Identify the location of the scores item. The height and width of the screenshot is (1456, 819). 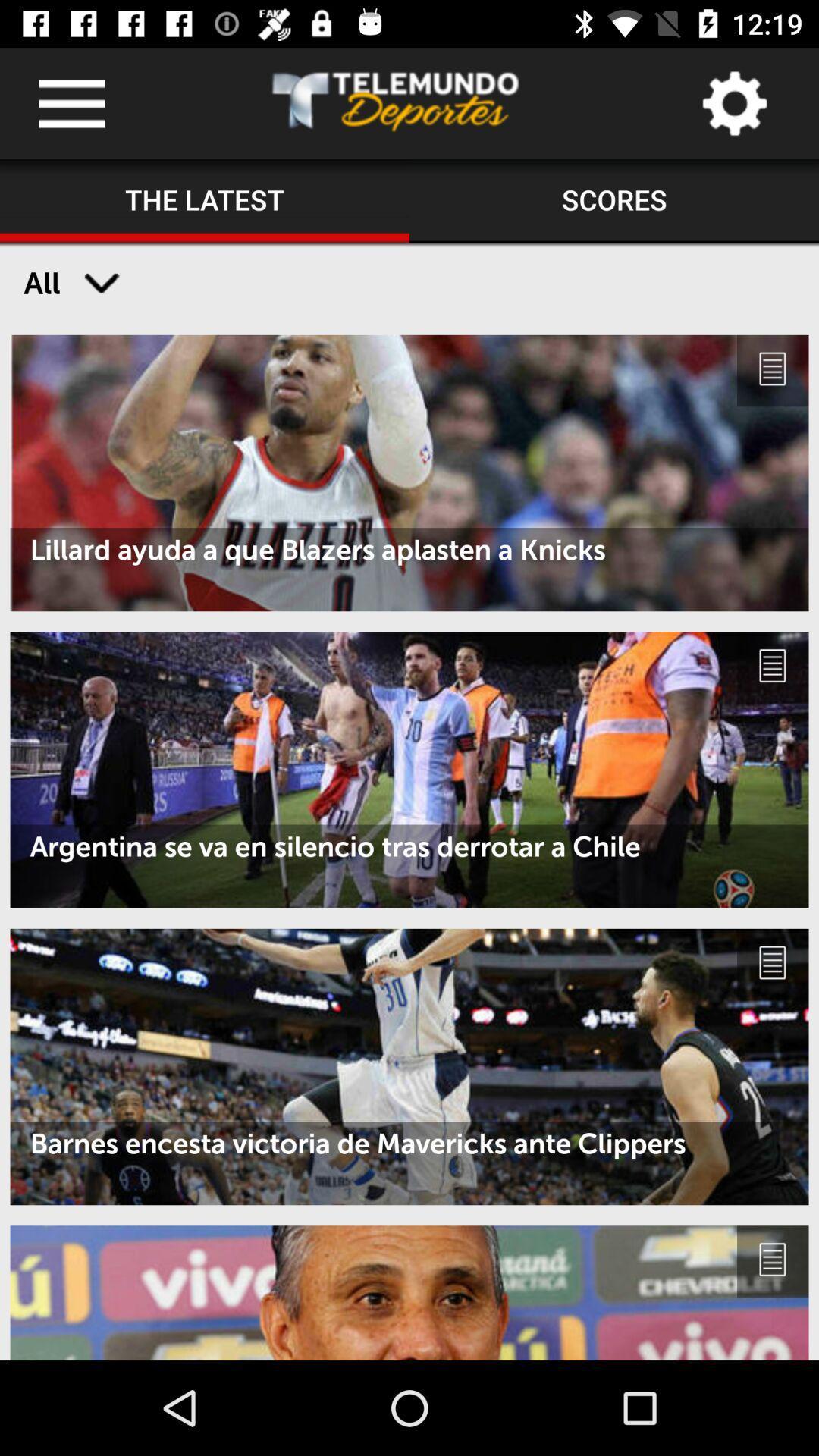
(614, 200).